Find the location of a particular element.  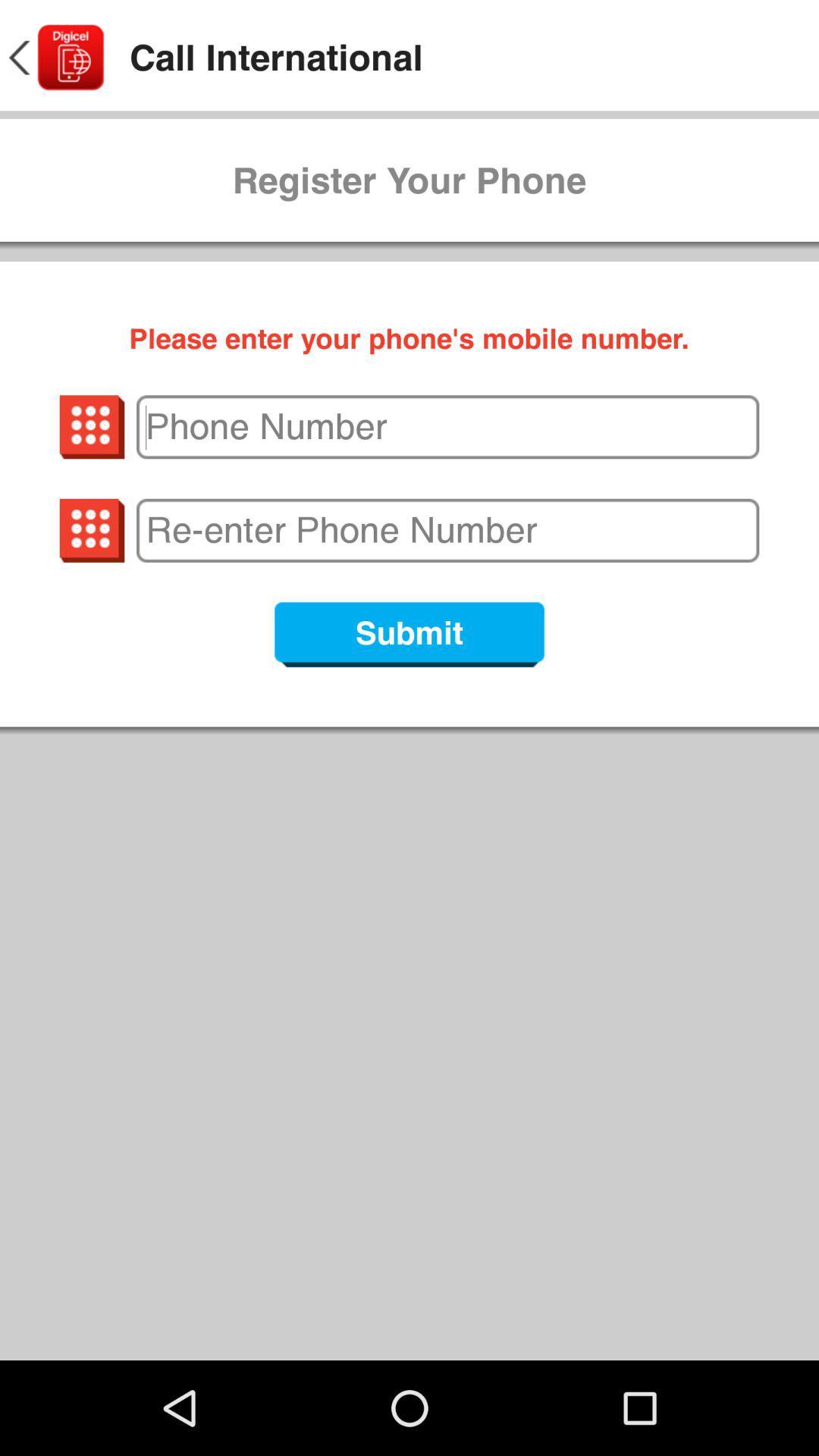

the icon next to the call international is located at coordinates (54, 58).